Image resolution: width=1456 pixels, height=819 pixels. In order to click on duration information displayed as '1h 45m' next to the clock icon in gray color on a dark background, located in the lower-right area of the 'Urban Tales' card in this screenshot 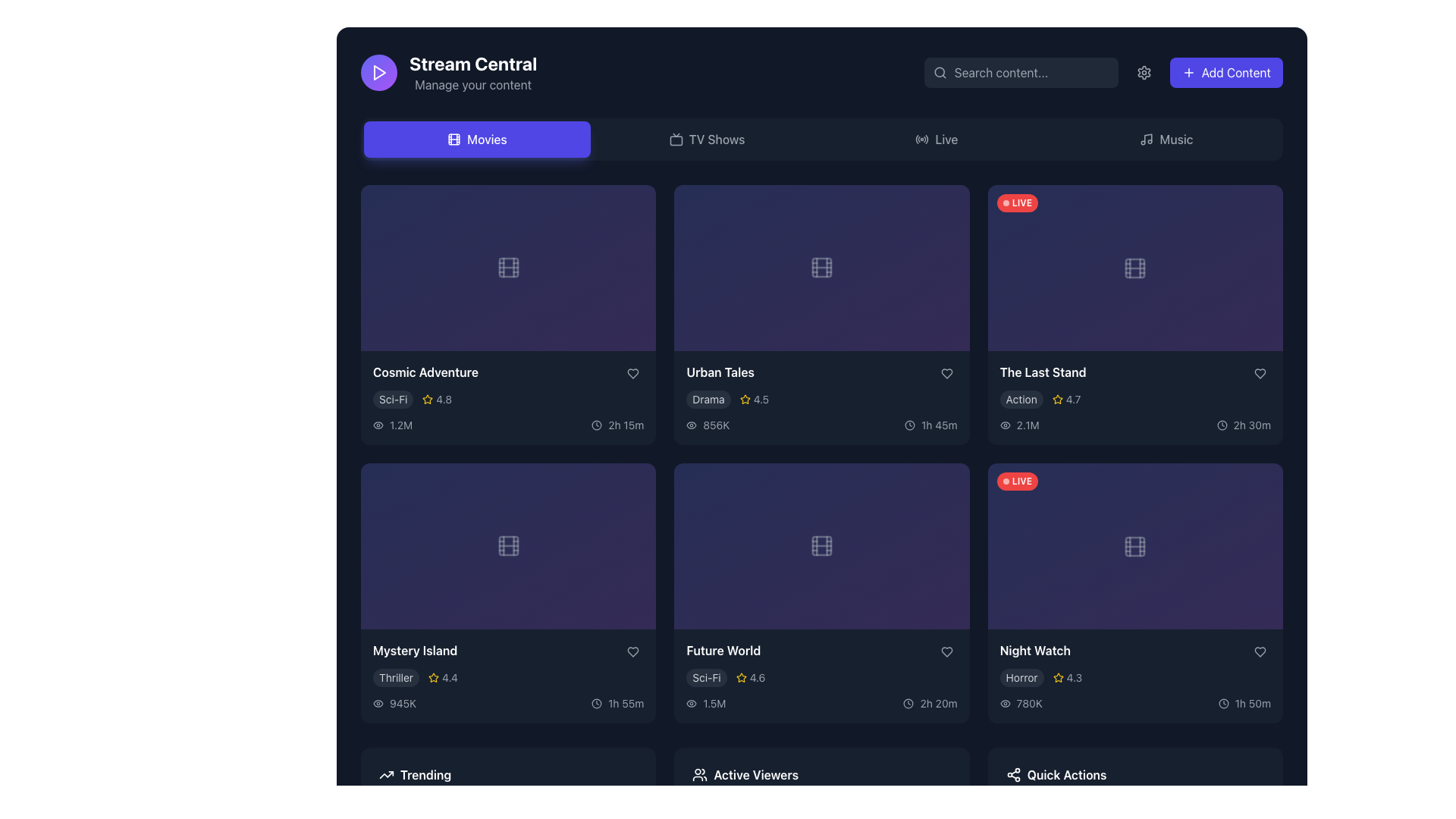, I will do `click(930, 425)`.